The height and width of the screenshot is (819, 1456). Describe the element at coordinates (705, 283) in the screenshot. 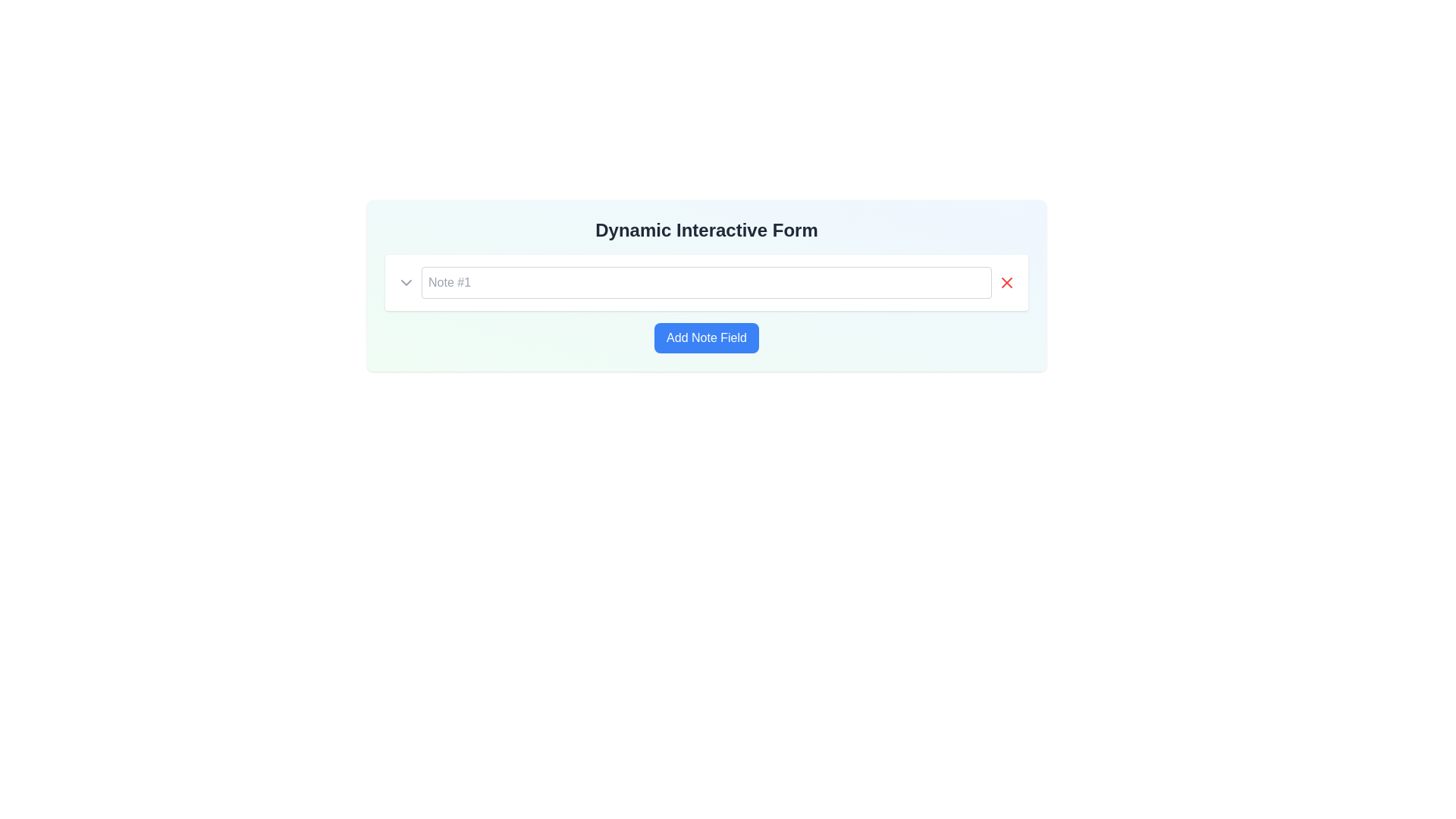

I see `the text input field with placeholder 'Note #1' for rearrangement` at that location.